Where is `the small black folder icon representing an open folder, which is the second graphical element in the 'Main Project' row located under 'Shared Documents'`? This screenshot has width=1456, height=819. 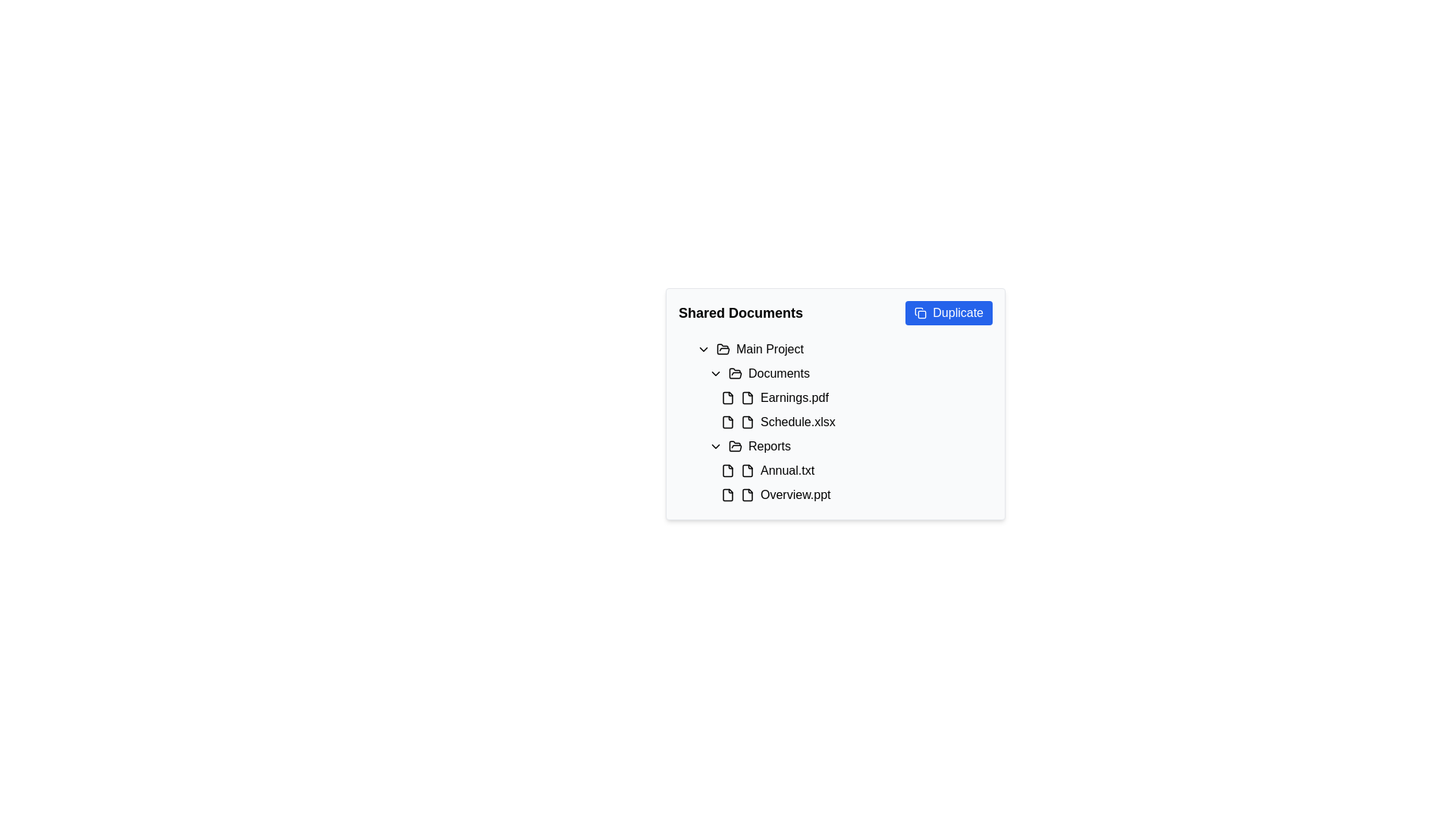
the small black folder icon representing an open folder, which is the second graphical element in the 'Main Project' row located under 'Shared Documents' is located at coordinates (723, 350).